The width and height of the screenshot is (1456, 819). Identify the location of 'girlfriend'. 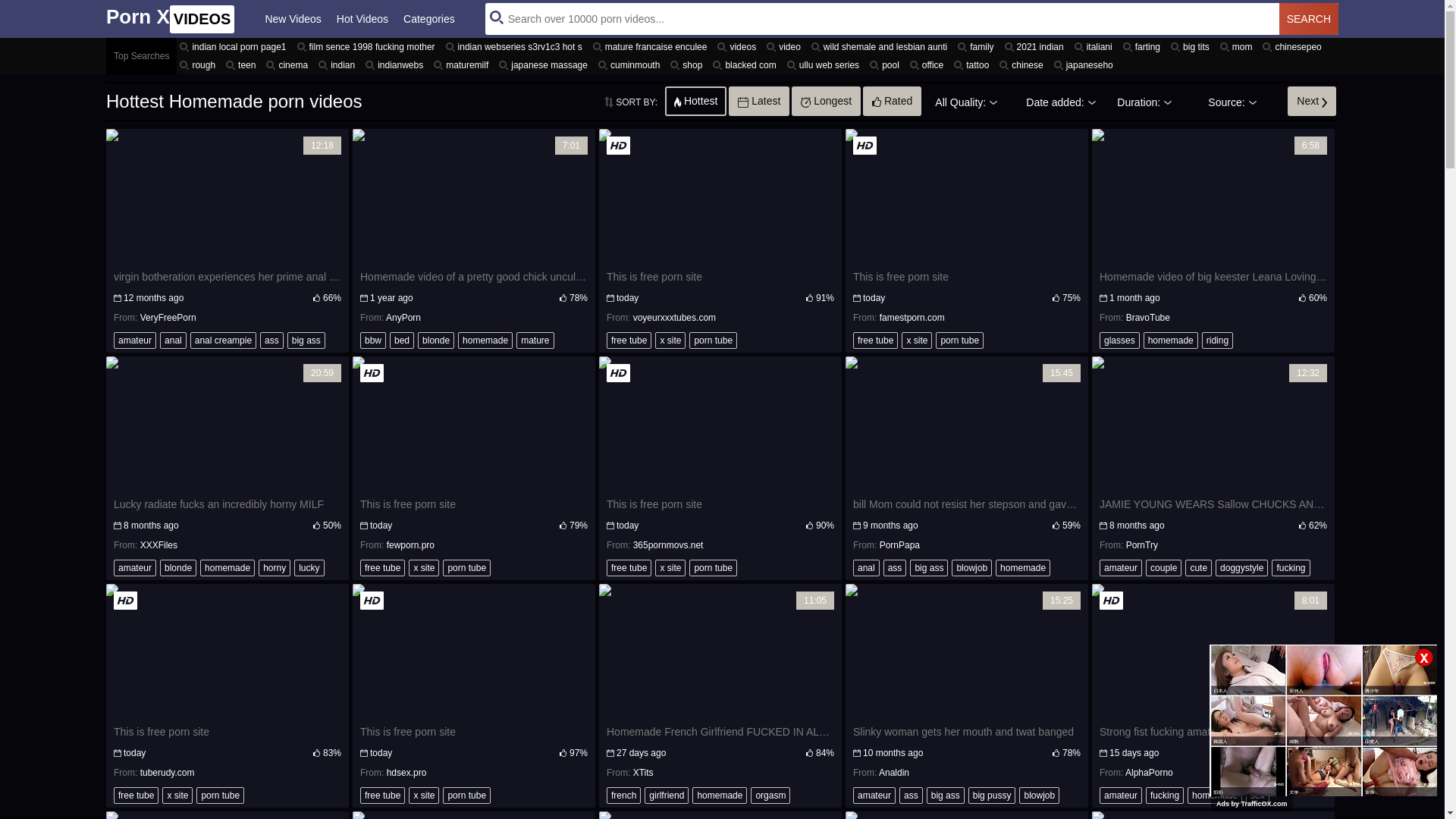
(666, 795).